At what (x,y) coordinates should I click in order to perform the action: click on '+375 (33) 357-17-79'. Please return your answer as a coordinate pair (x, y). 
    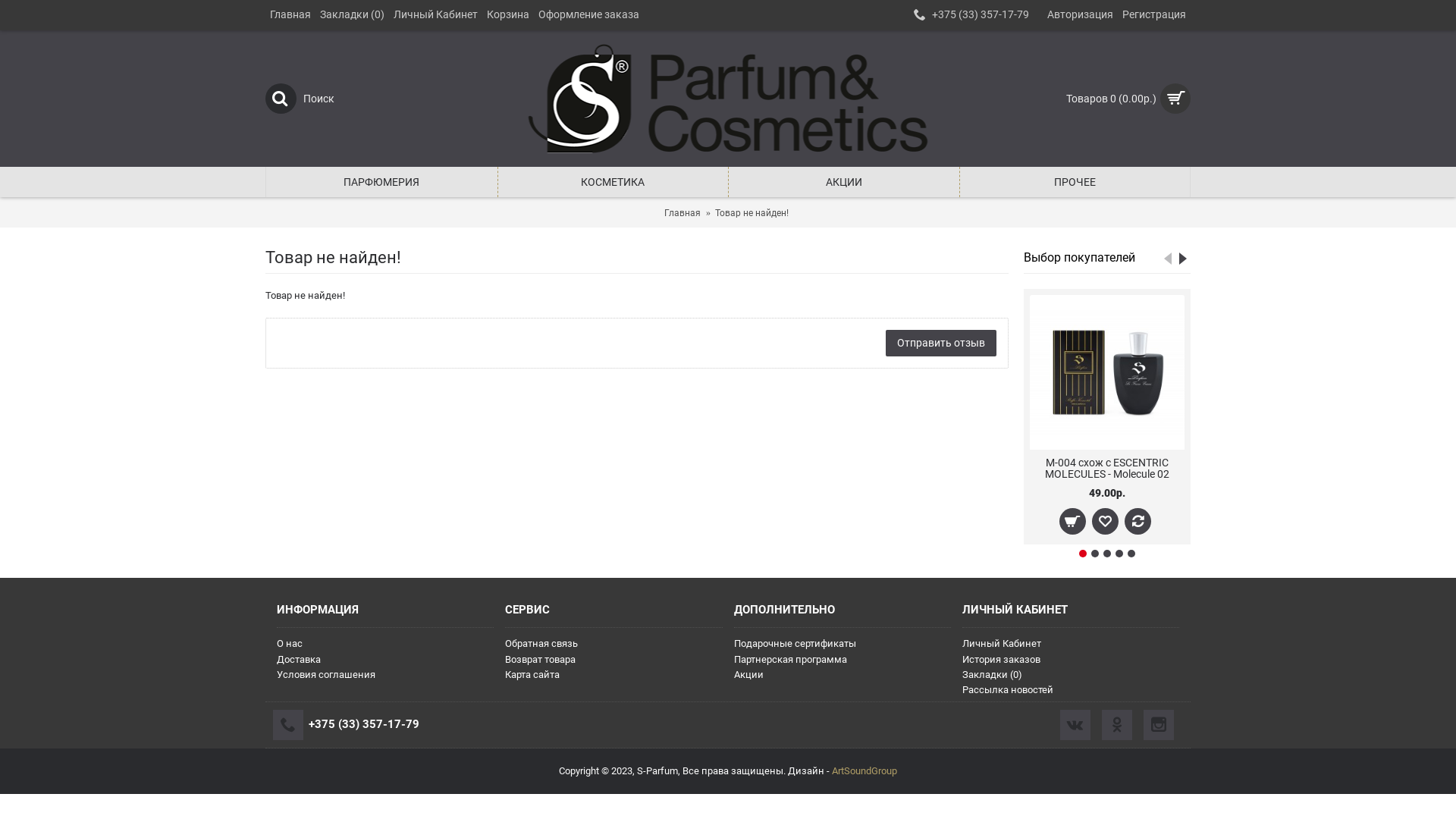
    Looking at the image, I should click on (971, 14).